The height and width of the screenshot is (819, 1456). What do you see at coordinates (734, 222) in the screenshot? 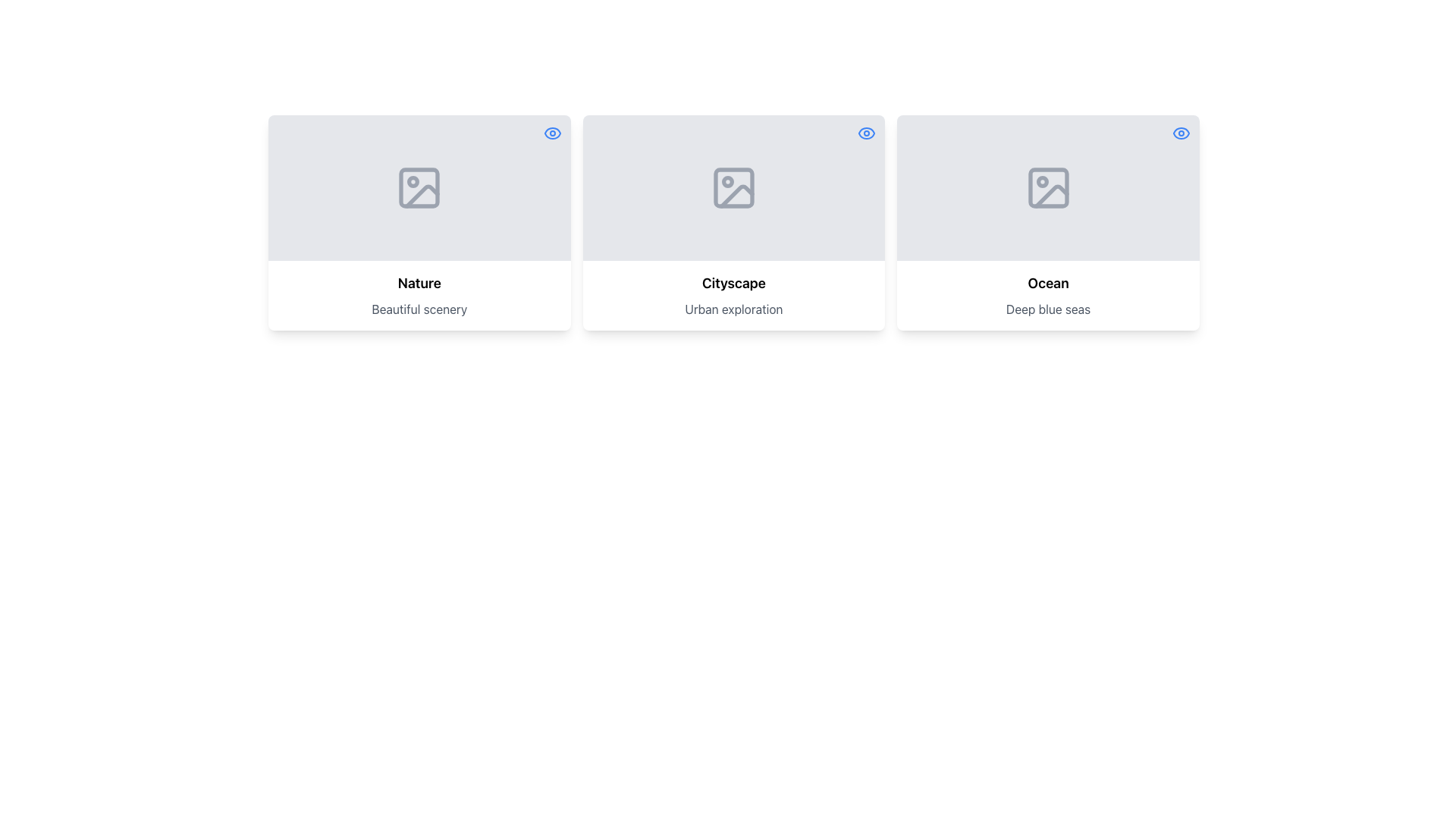
I see `the 'Cityscape' card, which is the second element in a horizontal row of three cards` at bounding box center [734, 222].